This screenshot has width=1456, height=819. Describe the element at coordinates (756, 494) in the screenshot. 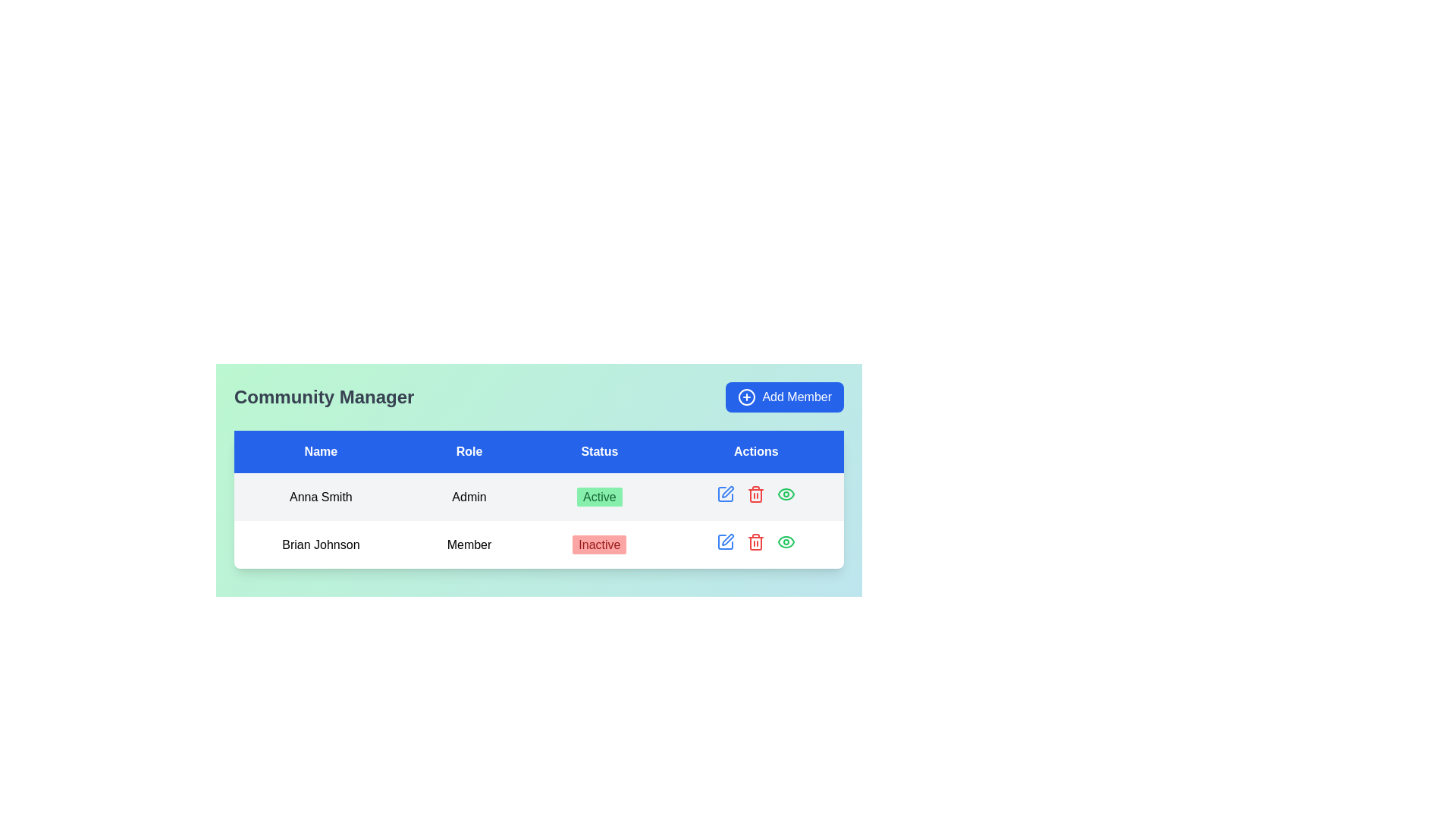

I see `the delete icon button in the Actions column of the table for the user 'Brian Johnson'` at that location.